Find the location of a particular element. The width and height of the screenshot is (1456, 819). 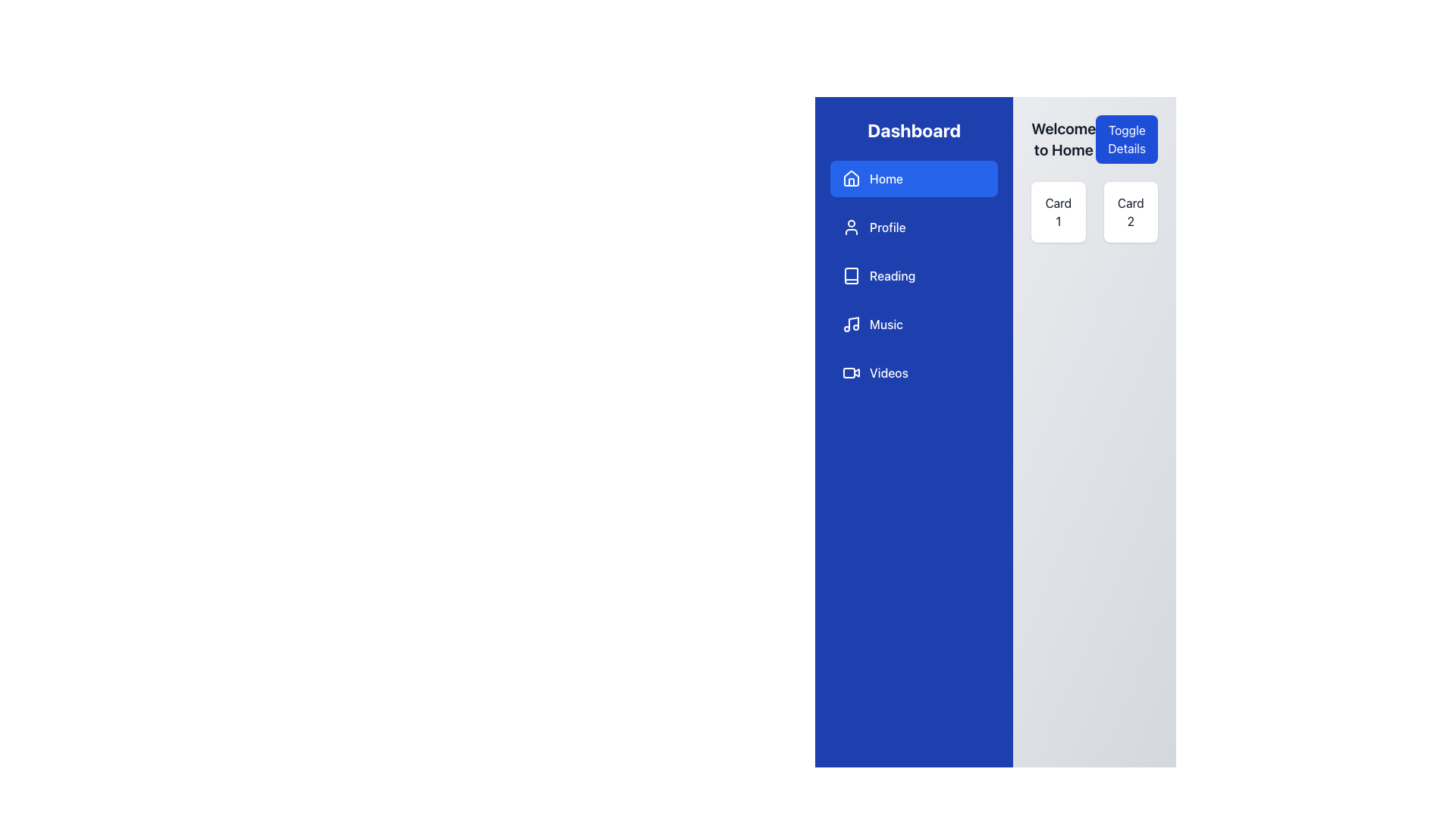

the house icon element that is part of the 'Home' button on the navigation bar is located at coordinates (852, 181).